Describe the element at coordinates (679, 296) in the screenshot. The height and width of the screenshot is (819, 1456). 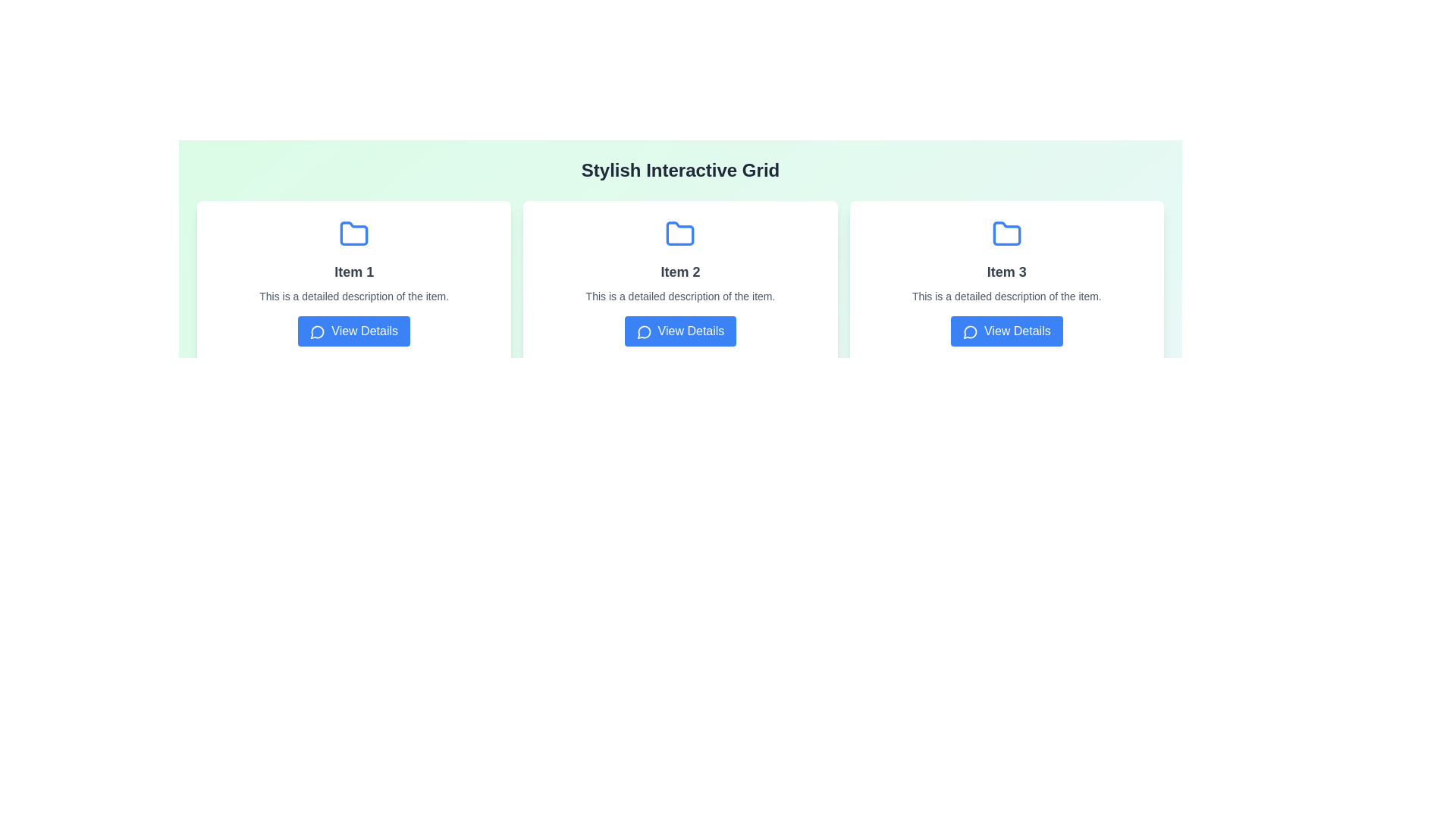
I see `the informational text description that accompanies the 'Item 2' card, which is located below the title 'Item 2' and above the 'View Details' button in the second column of the grid` at that location.